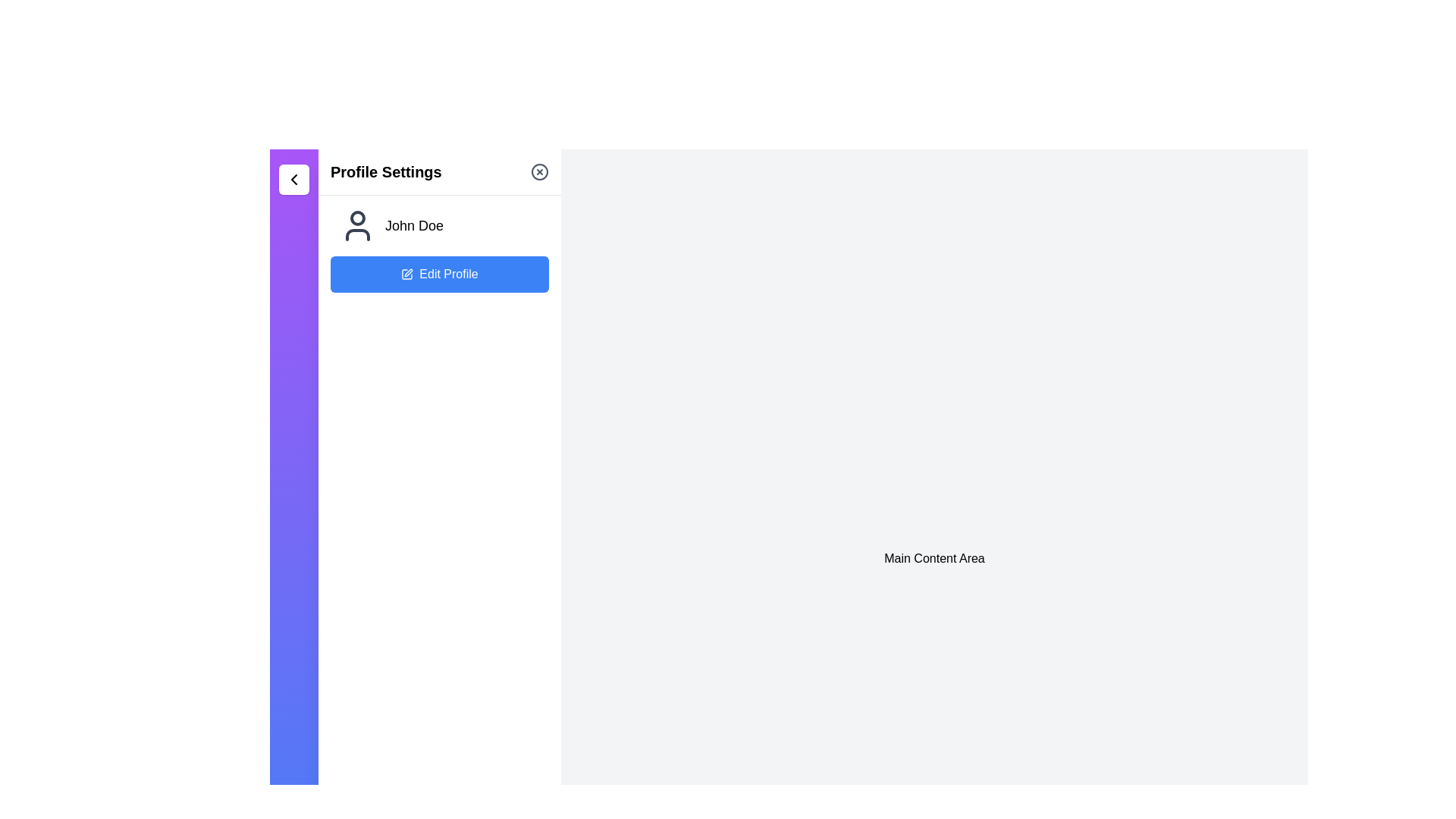 The height and width of the screenshot is (819, 1456). I want to click on the static text label displaying the user's name, which is located in the left panel below the 'Profile Settings' header and to the right of the user icon, so click(414, 225).